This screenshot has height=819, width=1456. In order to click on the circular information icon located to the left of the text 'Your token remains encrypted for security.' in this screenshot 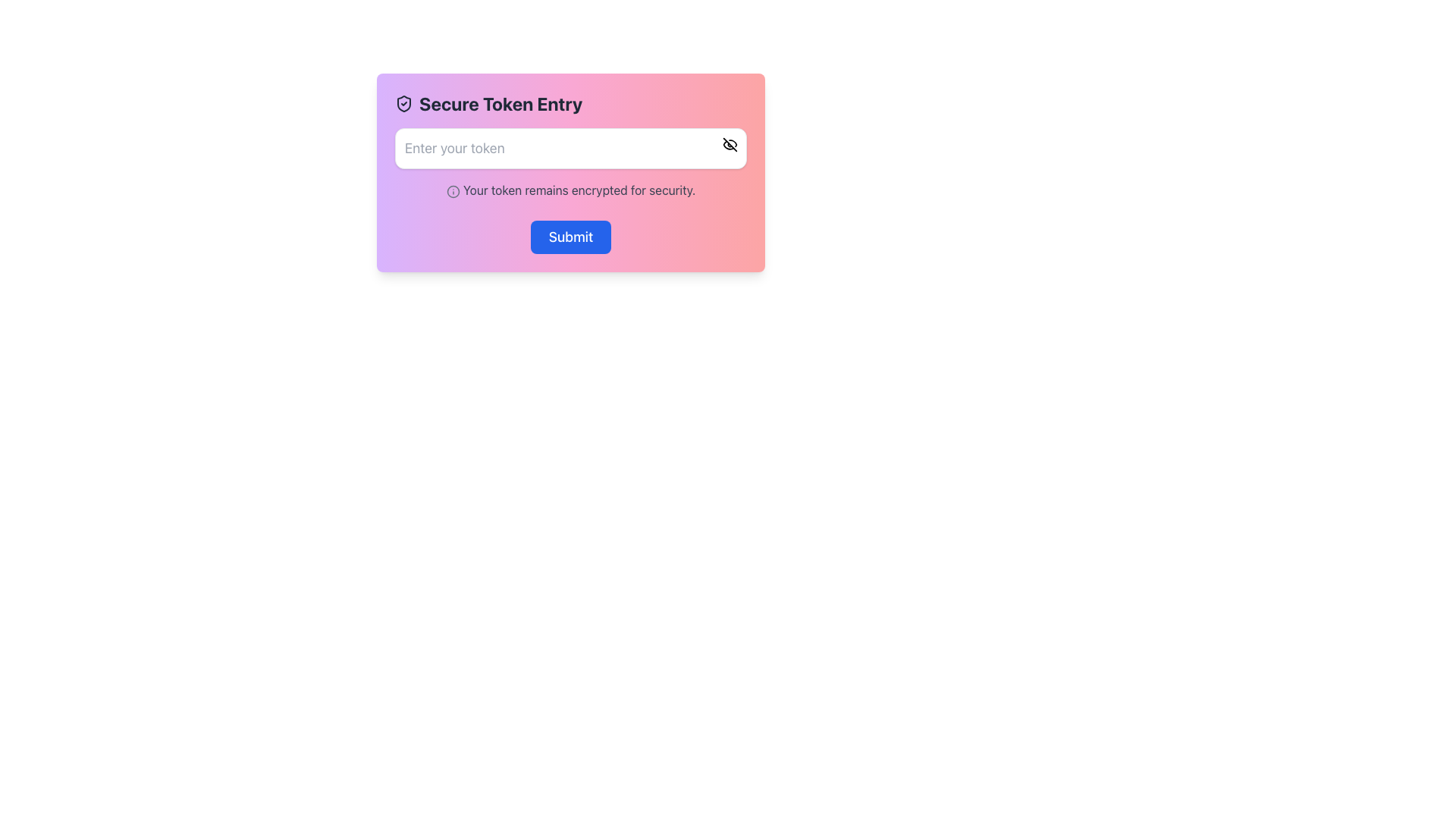, I will do `click(452, 190)`.